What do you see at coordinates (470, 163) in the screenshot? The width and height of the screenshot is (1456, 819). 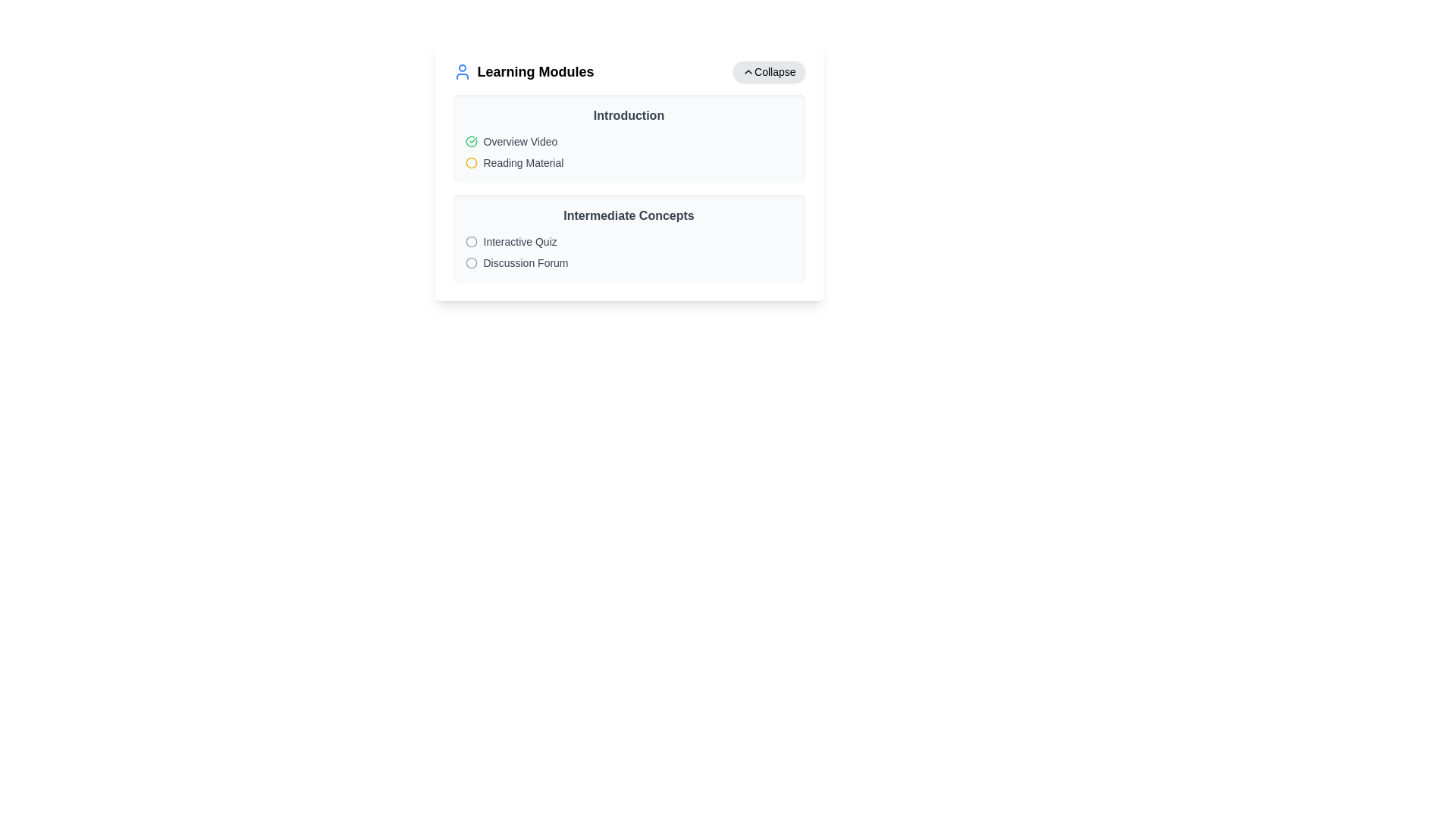 I see `the yellow circular icon located to the left of the text 'Reading Material'` at bounding box center [470, 163].